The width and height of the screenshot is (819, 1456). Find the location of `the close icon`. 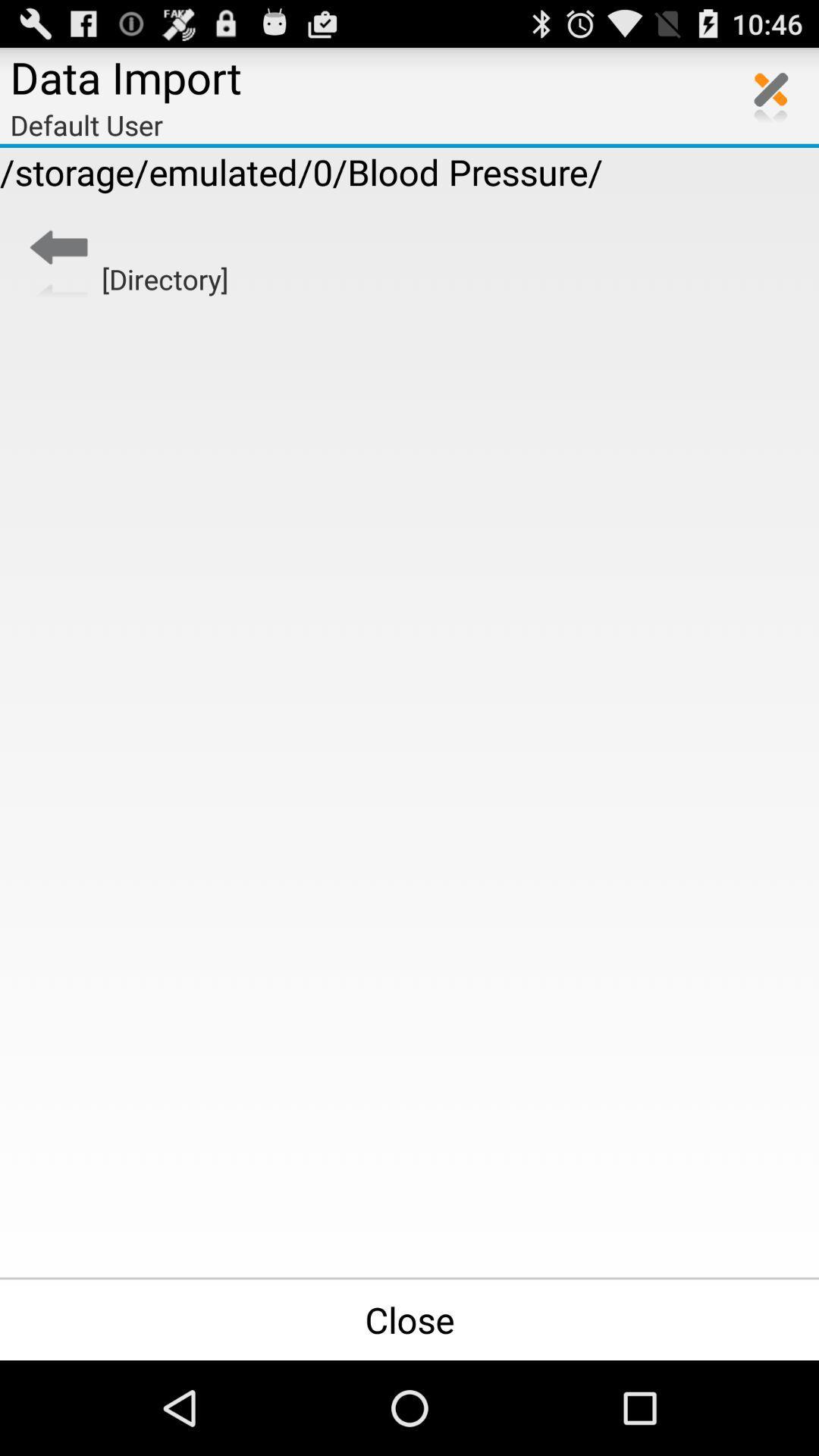

the close icon is located at coordinates (771, 101).